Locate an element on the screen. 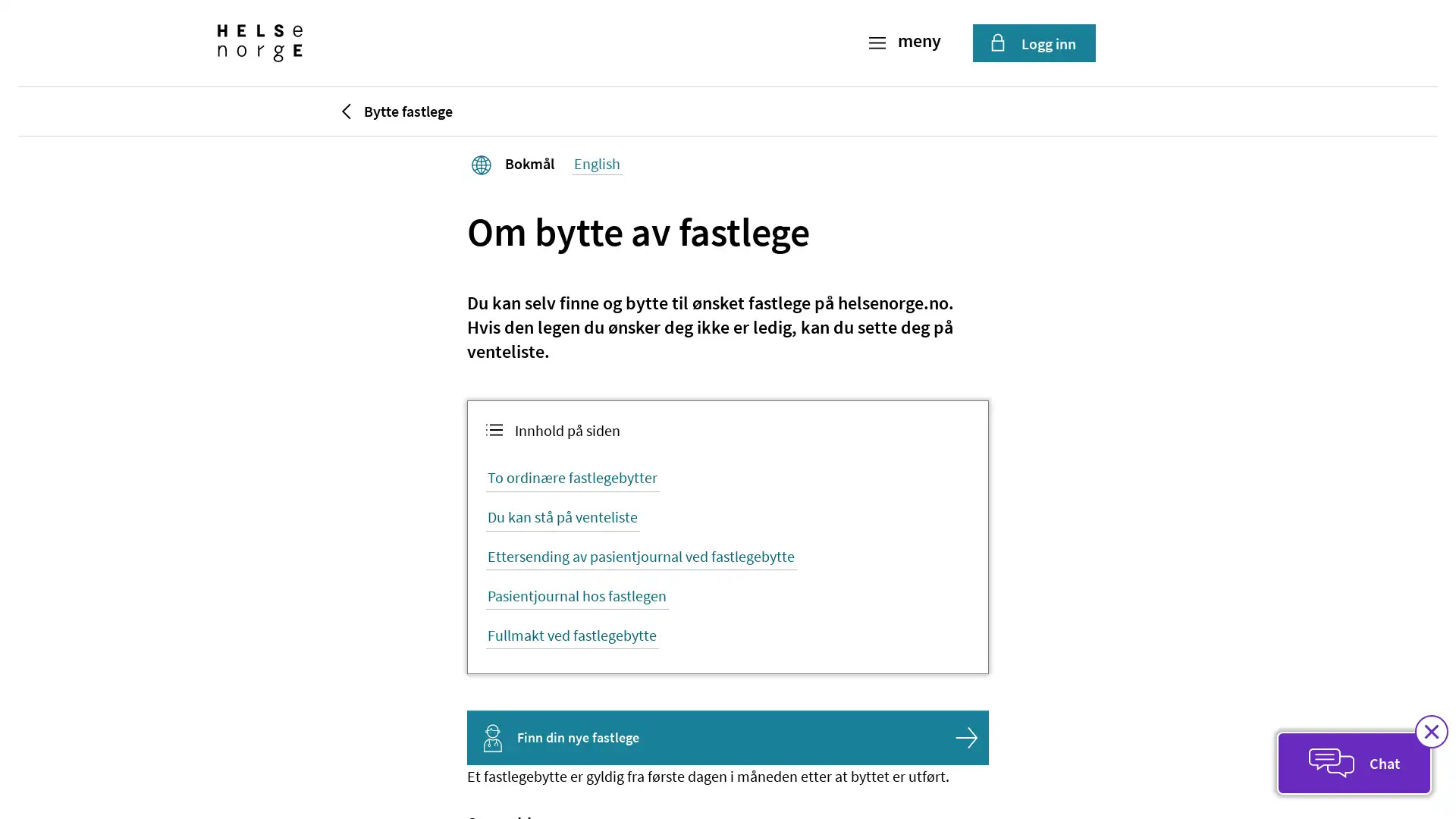 The height and width of the screenshot is (819, 1456). Logg inn is located at coordinates (1033, 42).